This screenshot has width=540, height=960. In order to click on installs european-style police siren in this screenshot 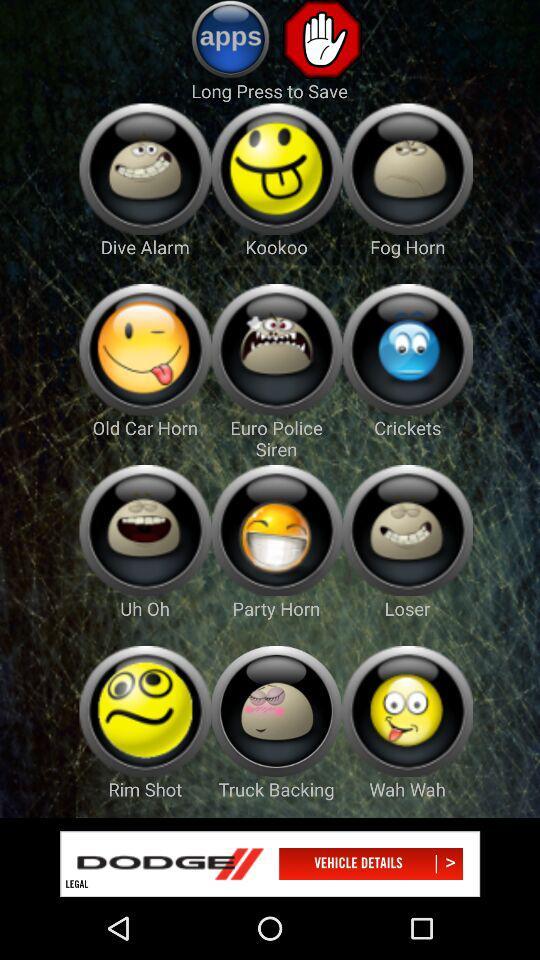, I will do `click(275, 349)`.